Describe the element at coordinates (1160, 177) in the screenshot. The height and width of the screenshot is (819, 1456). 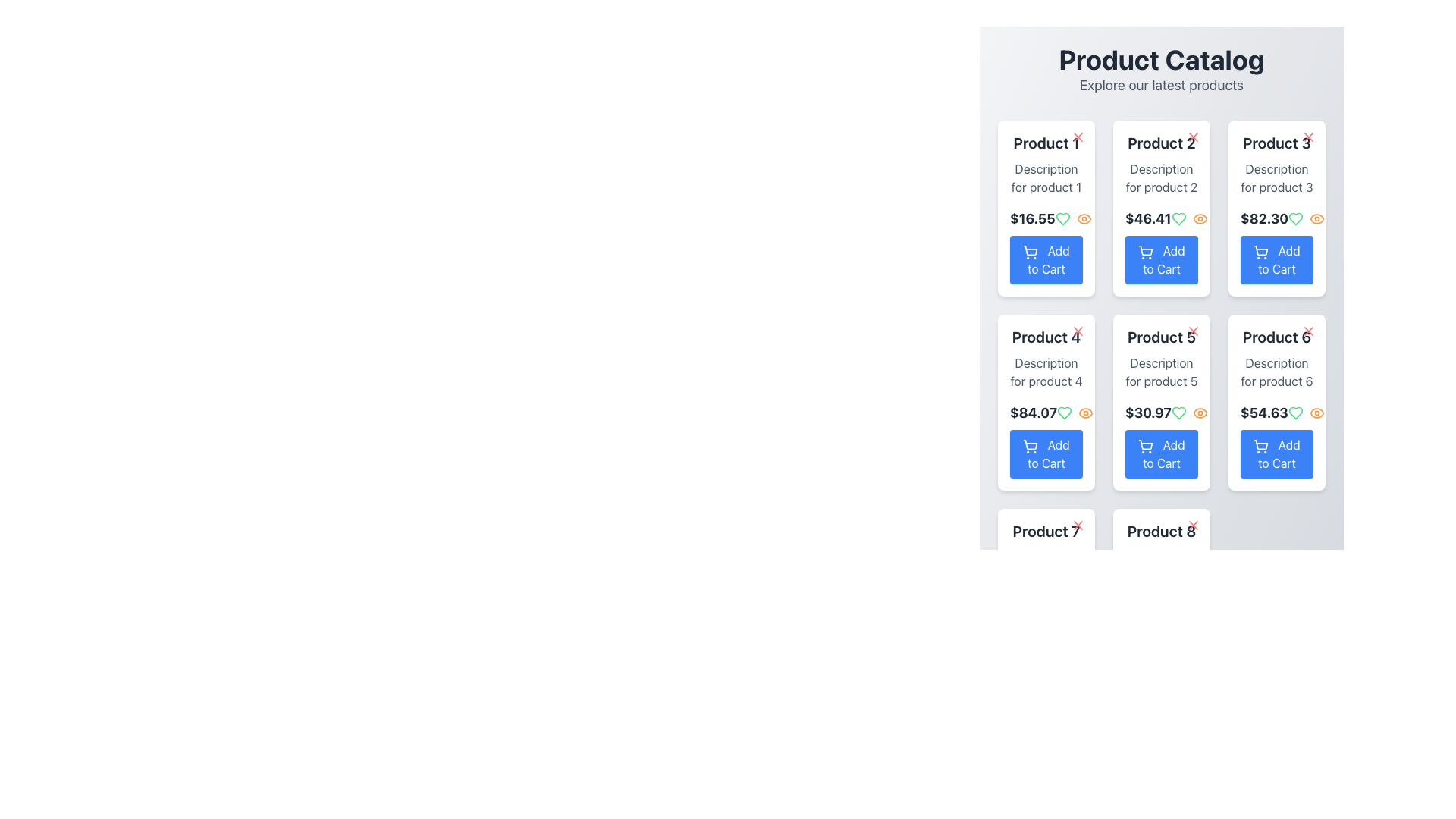
I see `the muted gray text block containing 'Description for product 2' within the product card for 'Product 2', positioned above the price '$46.41'` at that location.